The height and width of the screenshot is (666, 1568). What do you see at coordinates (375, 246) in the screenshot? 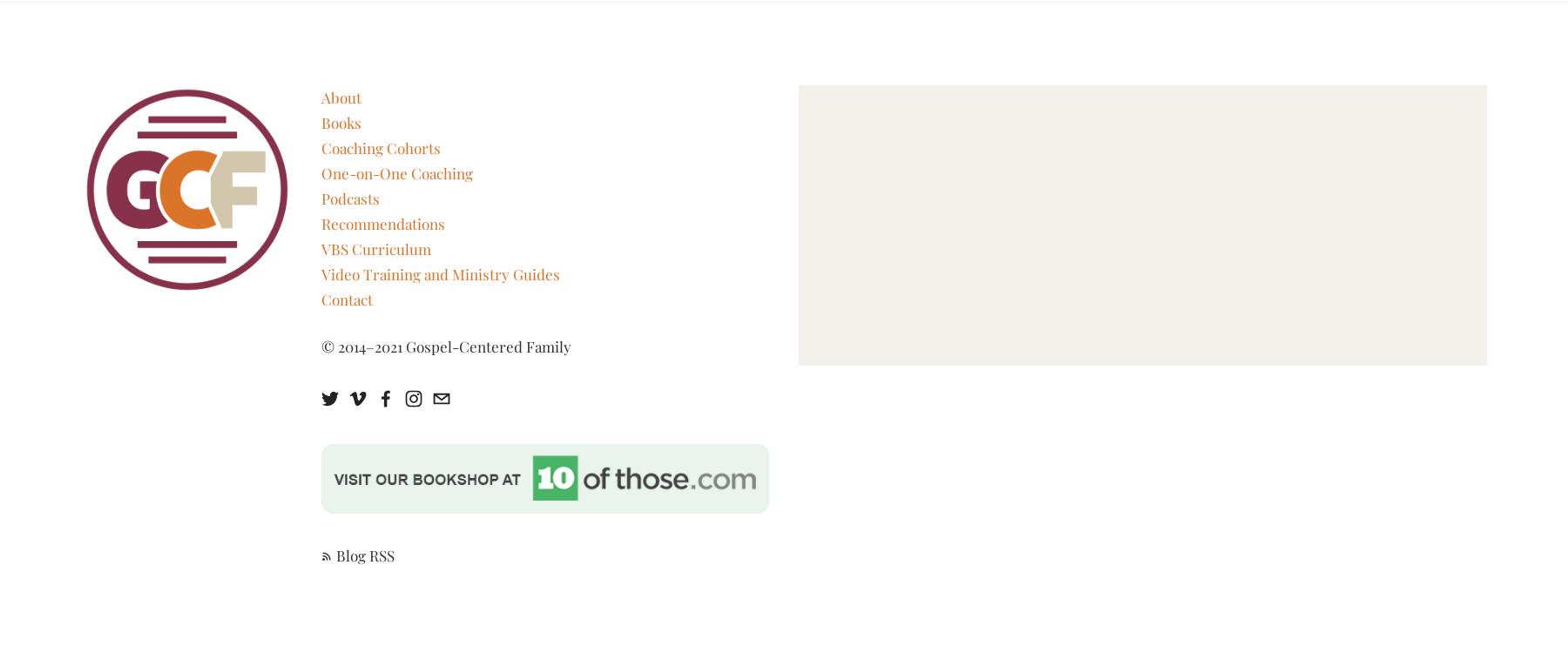
I see `'VBS Curriculum'` at bounding box center [375, 246].